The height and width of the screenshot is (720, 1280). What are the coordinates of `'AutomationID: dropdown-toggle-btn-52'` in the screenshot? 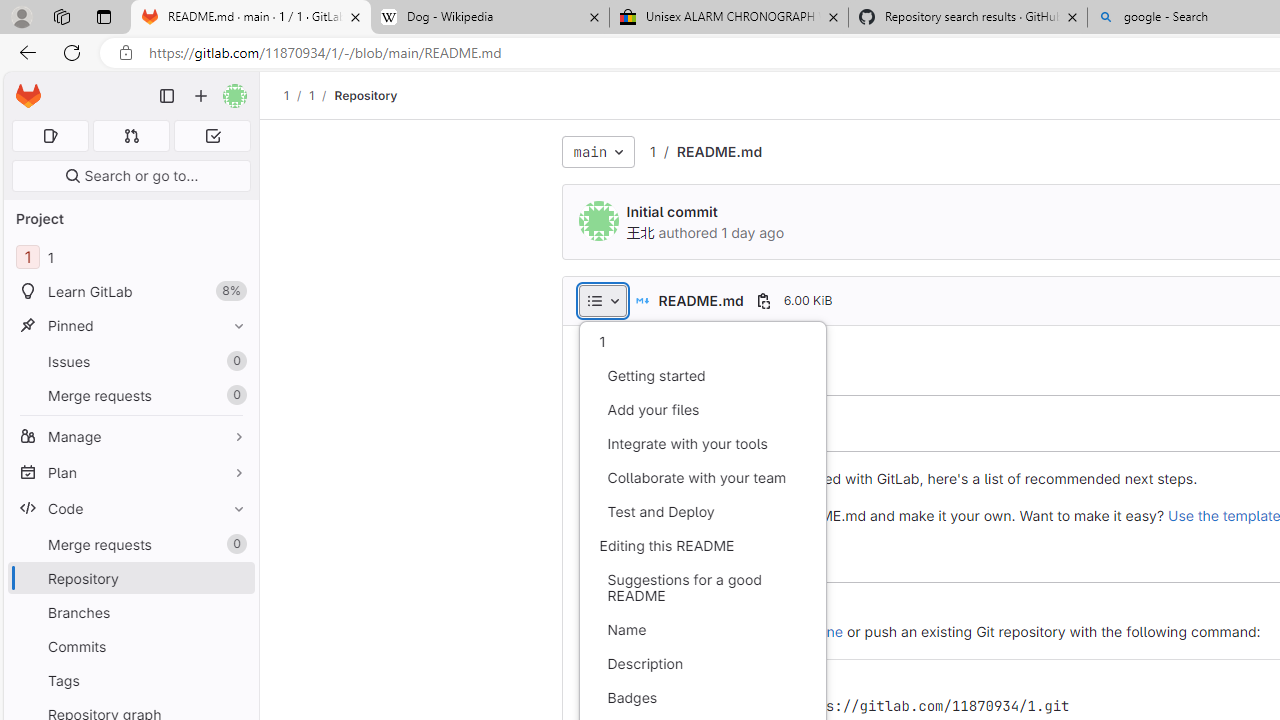 It's located at (601, 300).